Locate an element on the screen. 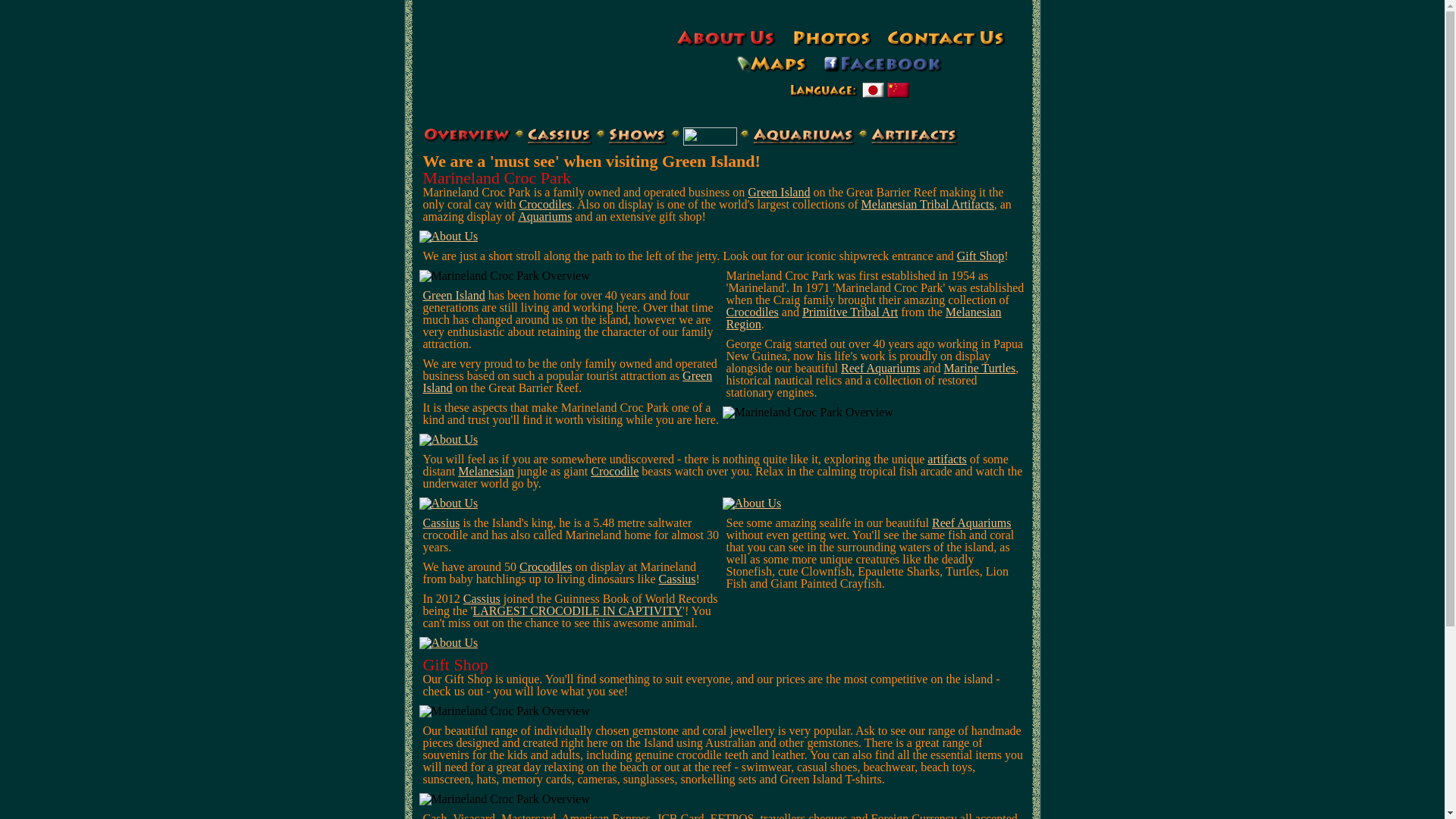  'Aquariums' is located at coordinates (544, 216).